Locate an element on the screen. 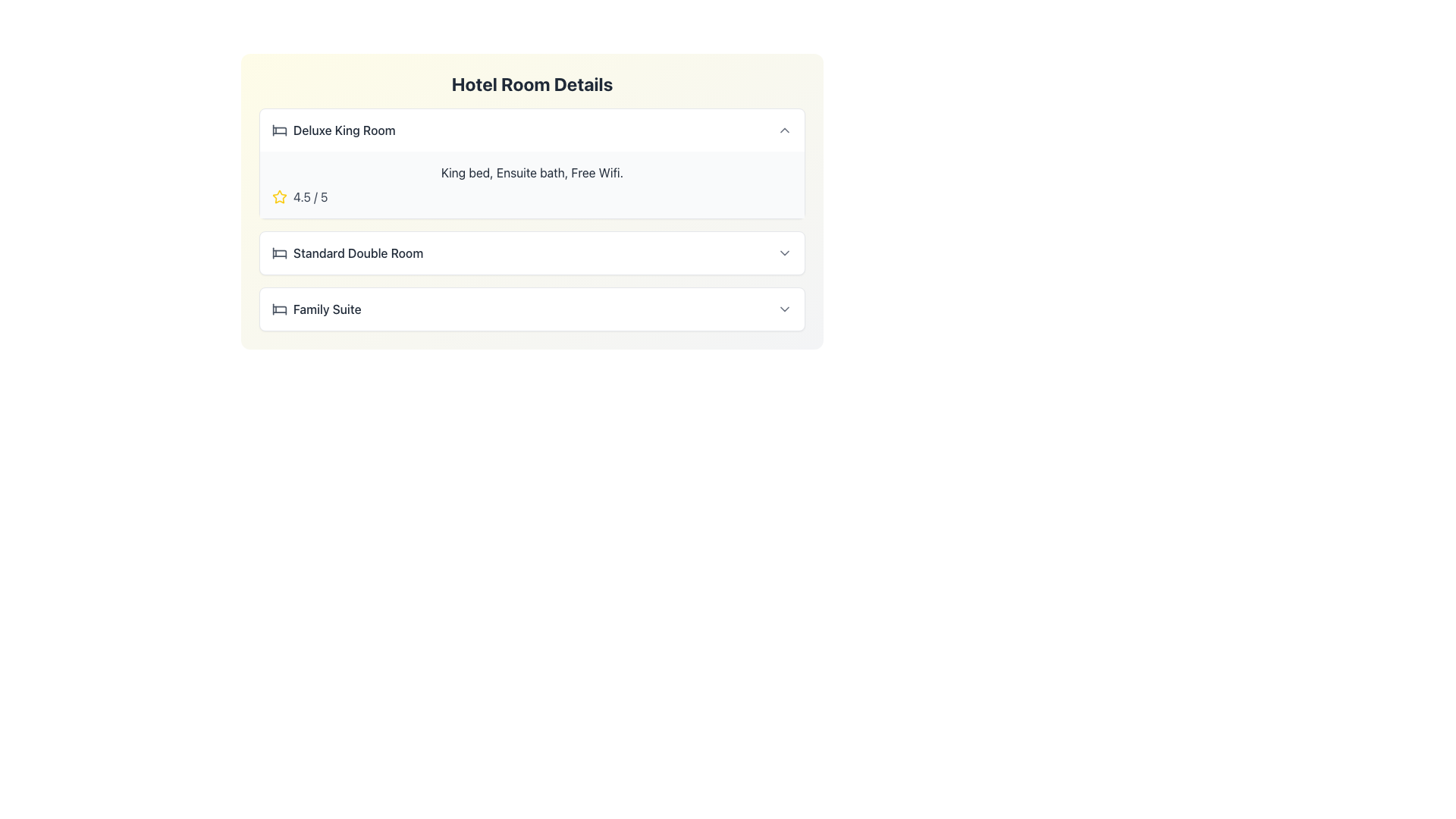 The width and height of the screenshot is (1456, 819). the rating icon representing a single unit of a rating system for the 'Deluxe King Room', which is located leftmost in the rating section indicating a rating of '4.5 / 5' is located at coordinates (280, 196).